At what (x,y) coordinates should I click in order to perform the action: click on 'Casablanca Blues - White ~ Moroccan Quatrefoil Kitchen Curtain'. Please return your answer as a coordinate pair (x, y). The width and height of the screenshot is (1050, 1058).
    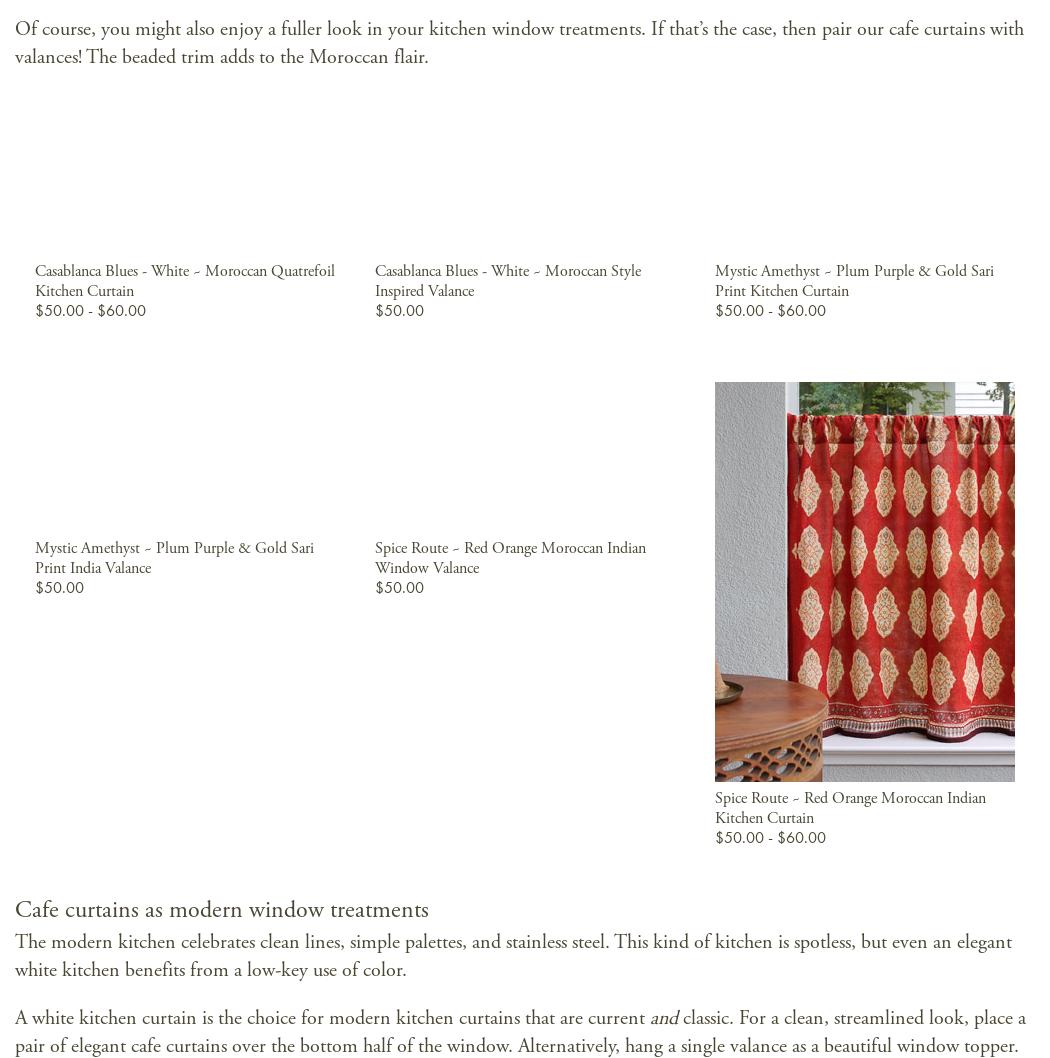
    Looking at the image, I should click on (183, 279).